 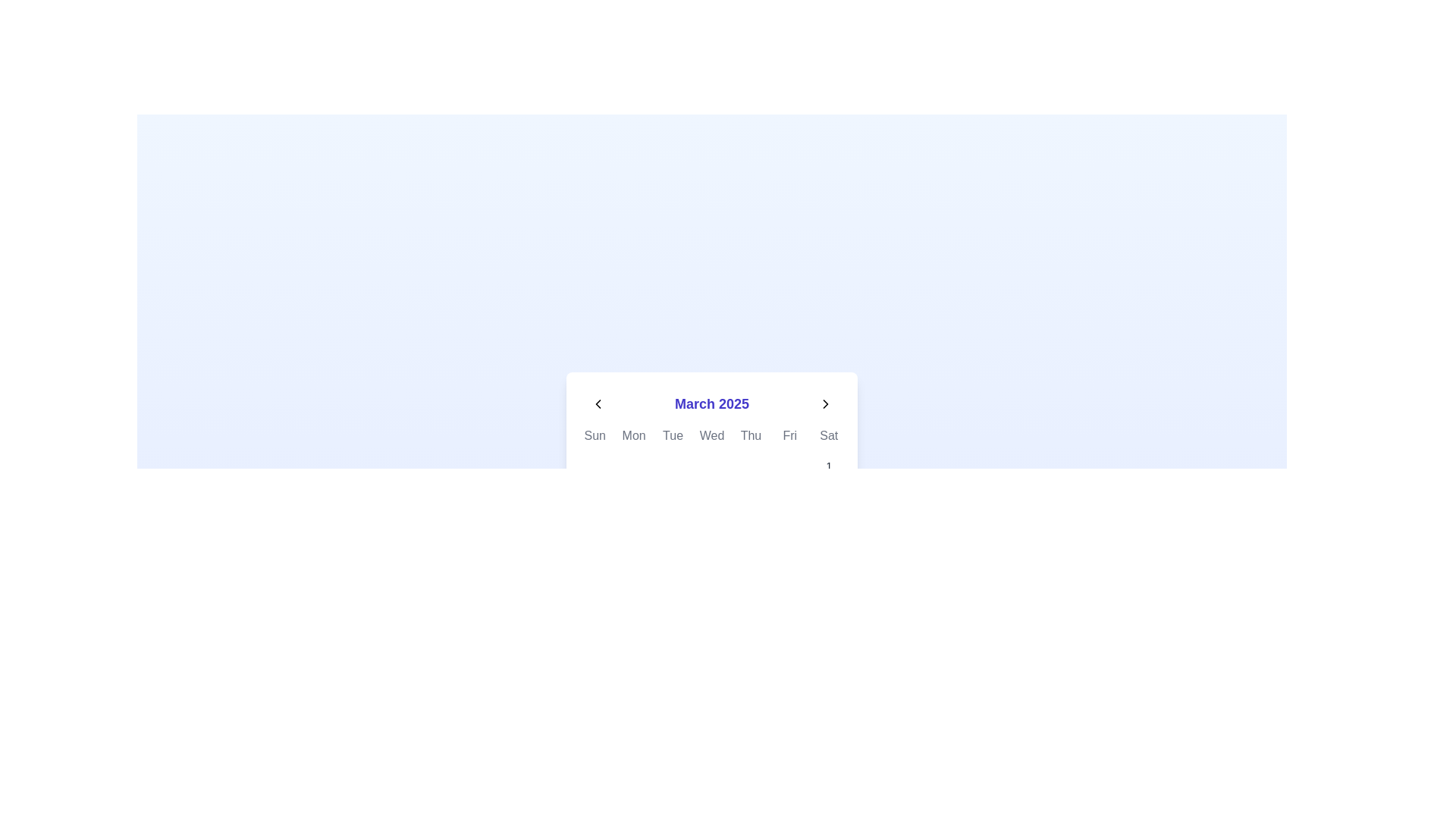 What do you see at coordinates (828, 503) in the screenshot?
I see `the button labeled '8' located in the 7th column and 3rd row beneath the 'March 2025' panel` at bounding box center [828, 503].